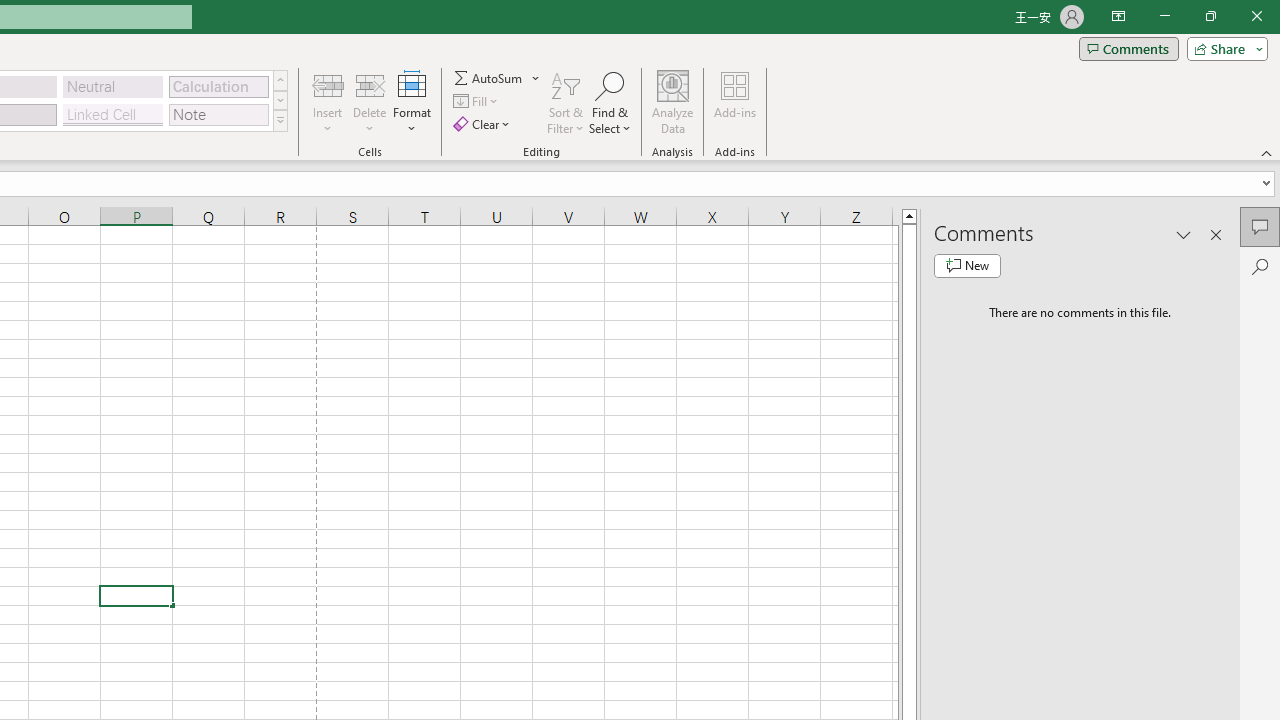 This screenshot has height=720, width=1280. Describe the element at coordinates (279, 100) in the screenshot. I see `'Row Down'` at that location.